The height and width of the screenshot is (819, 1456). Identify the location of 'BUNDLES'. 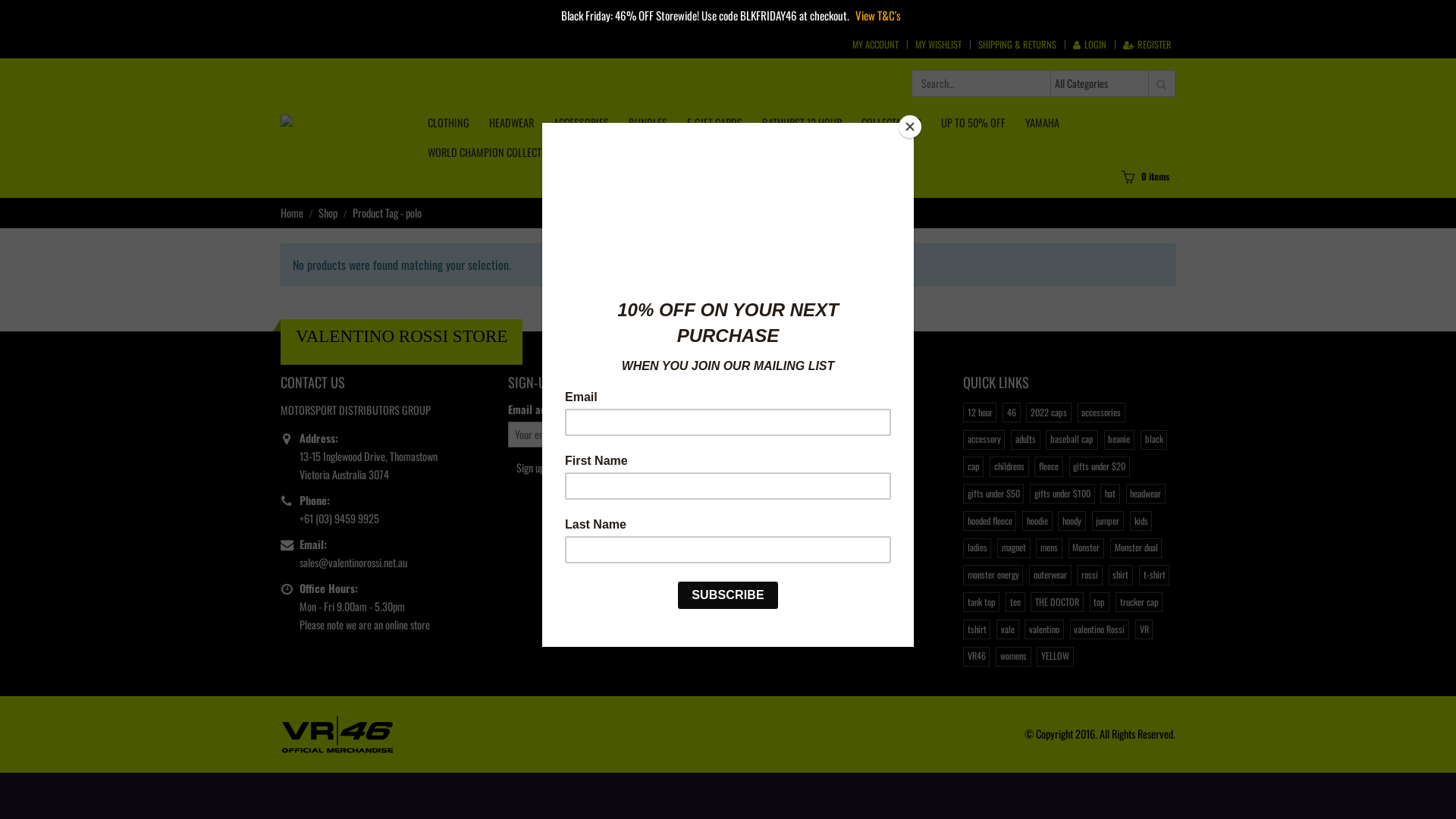
(648, 121).